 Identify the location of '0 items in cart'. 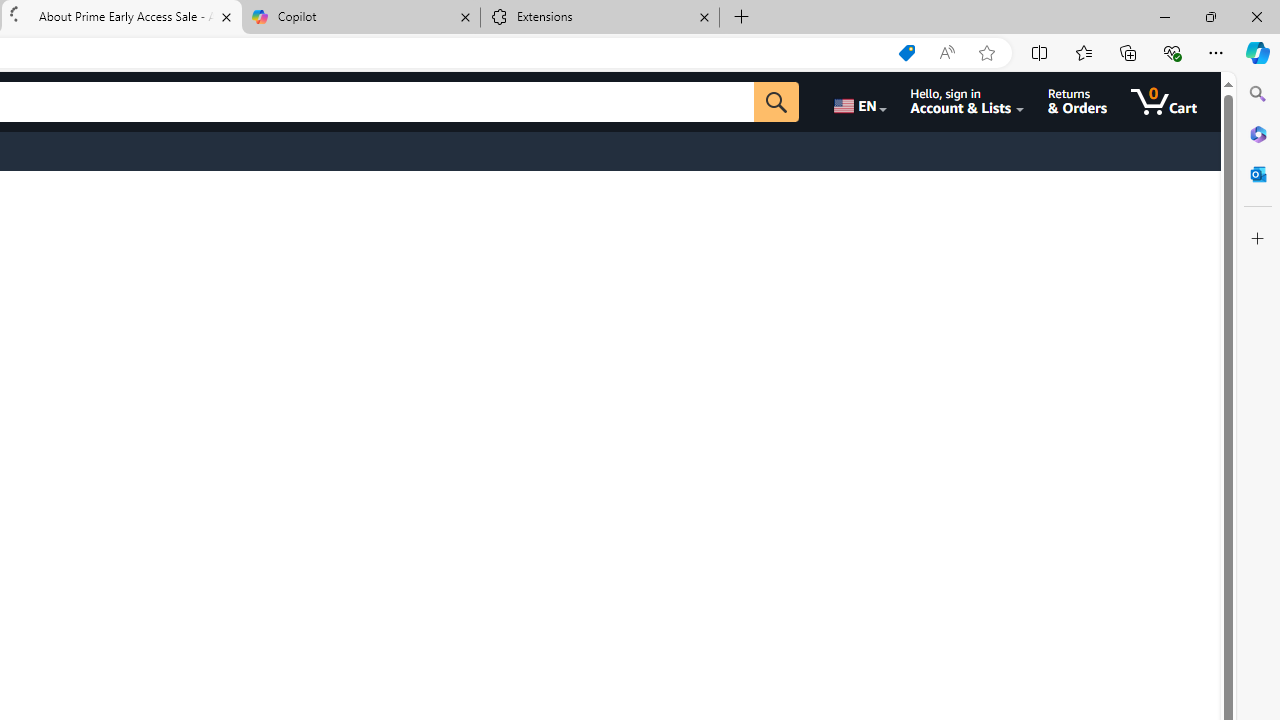
(1178, 101).